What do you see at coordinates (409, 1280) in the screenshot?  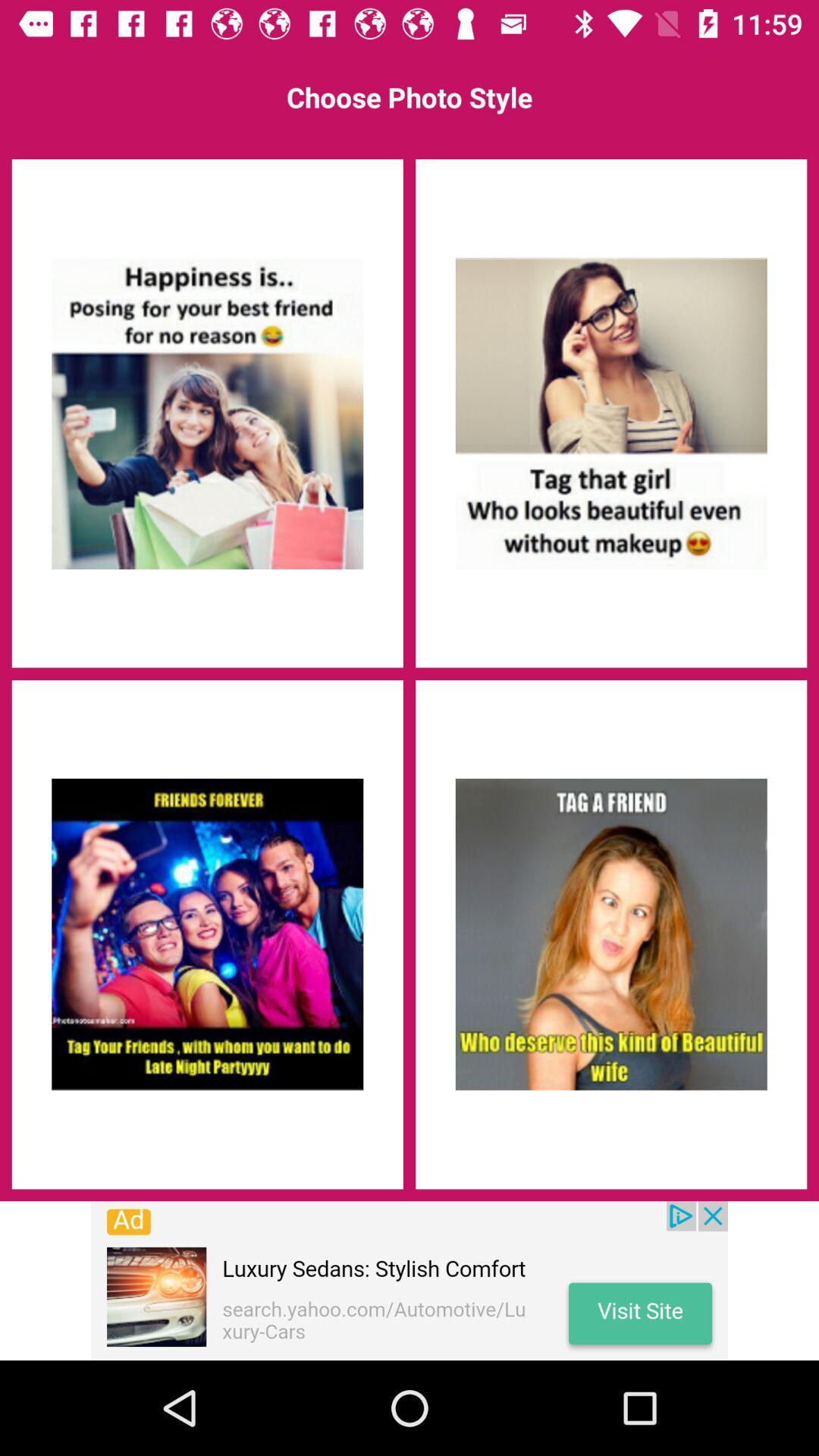 I see `advertisement` at bounding box center [409, 1280].